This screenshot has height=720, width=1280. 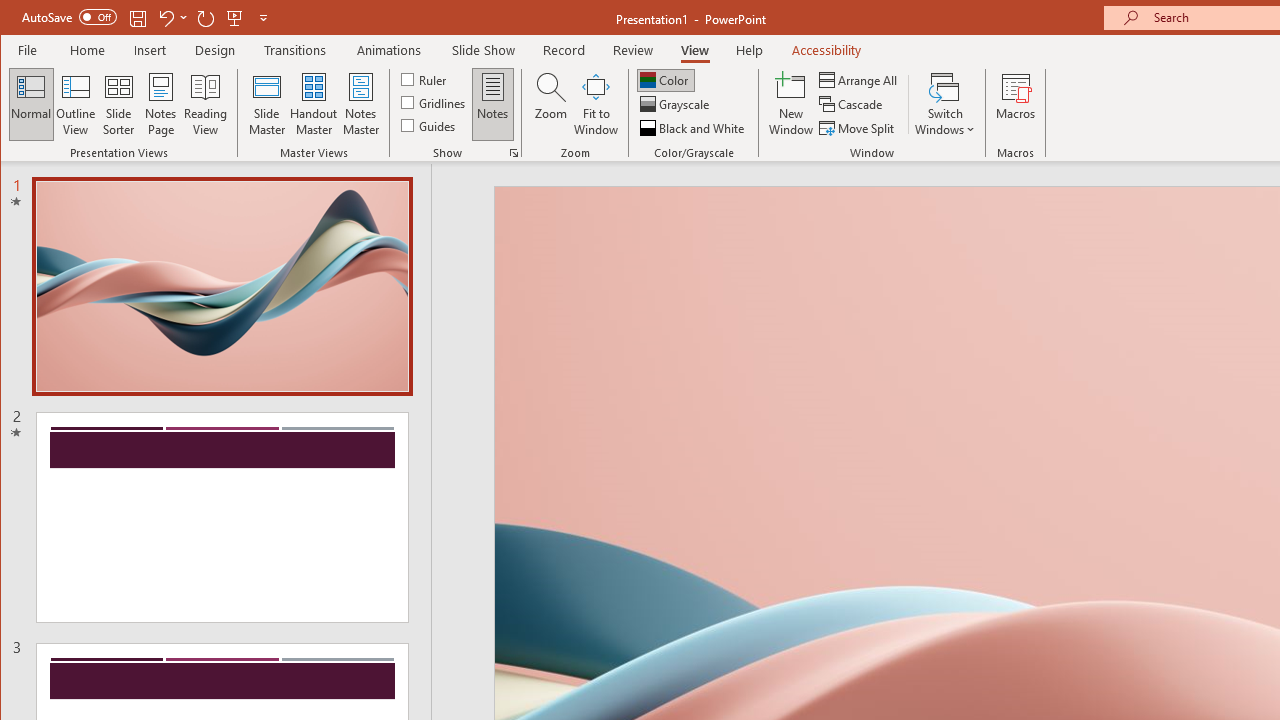 I want to click on 'Notes Master', so click(x=360, y=104).